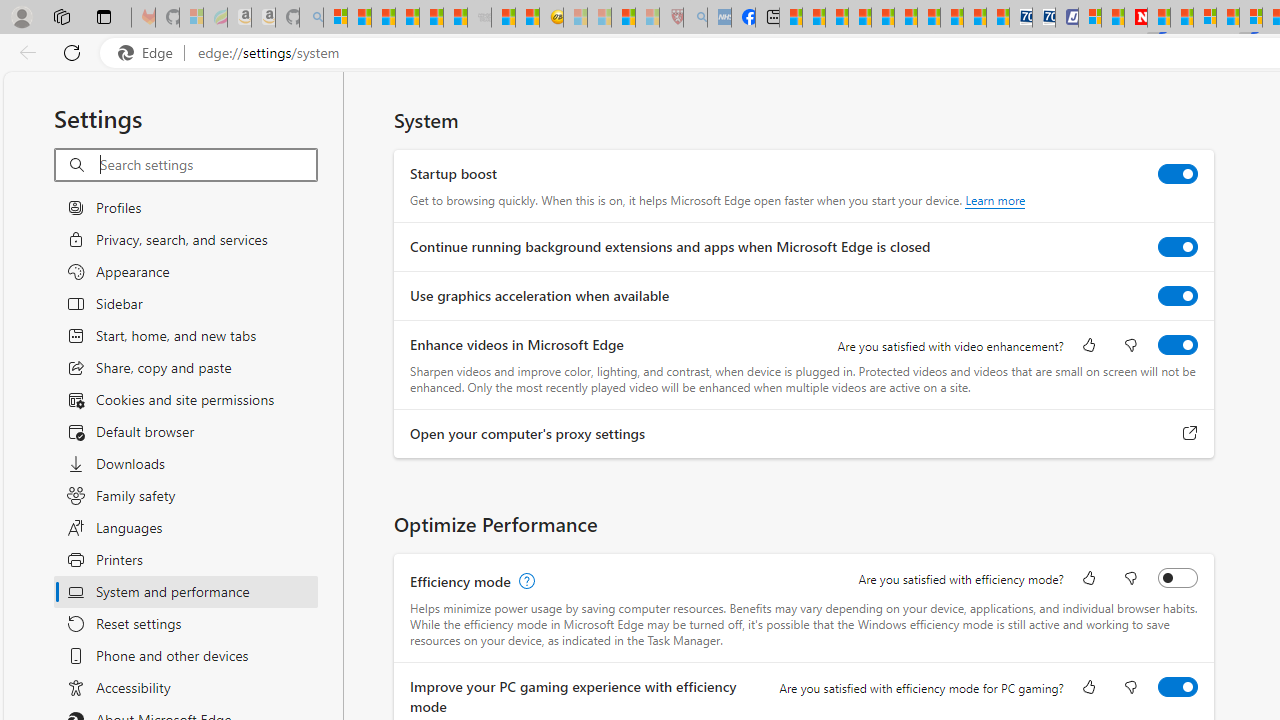  I want to click on 'Open your computer', so click(1190, 433).